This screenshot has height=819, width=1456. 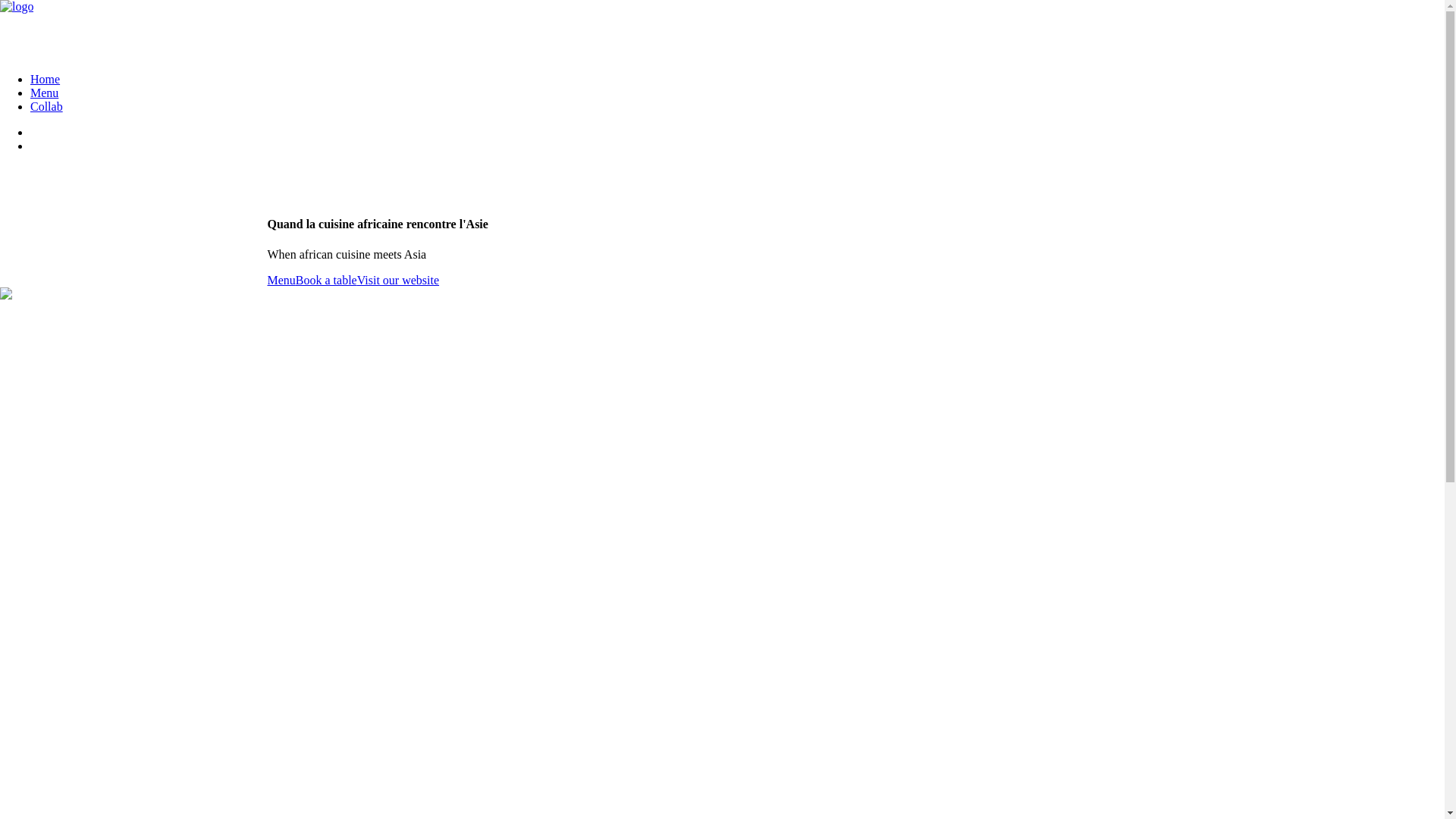 What do you see at coordinates (46, 105) in the screenshot?
I see `'Collab'` at bounding box center [46, 105].